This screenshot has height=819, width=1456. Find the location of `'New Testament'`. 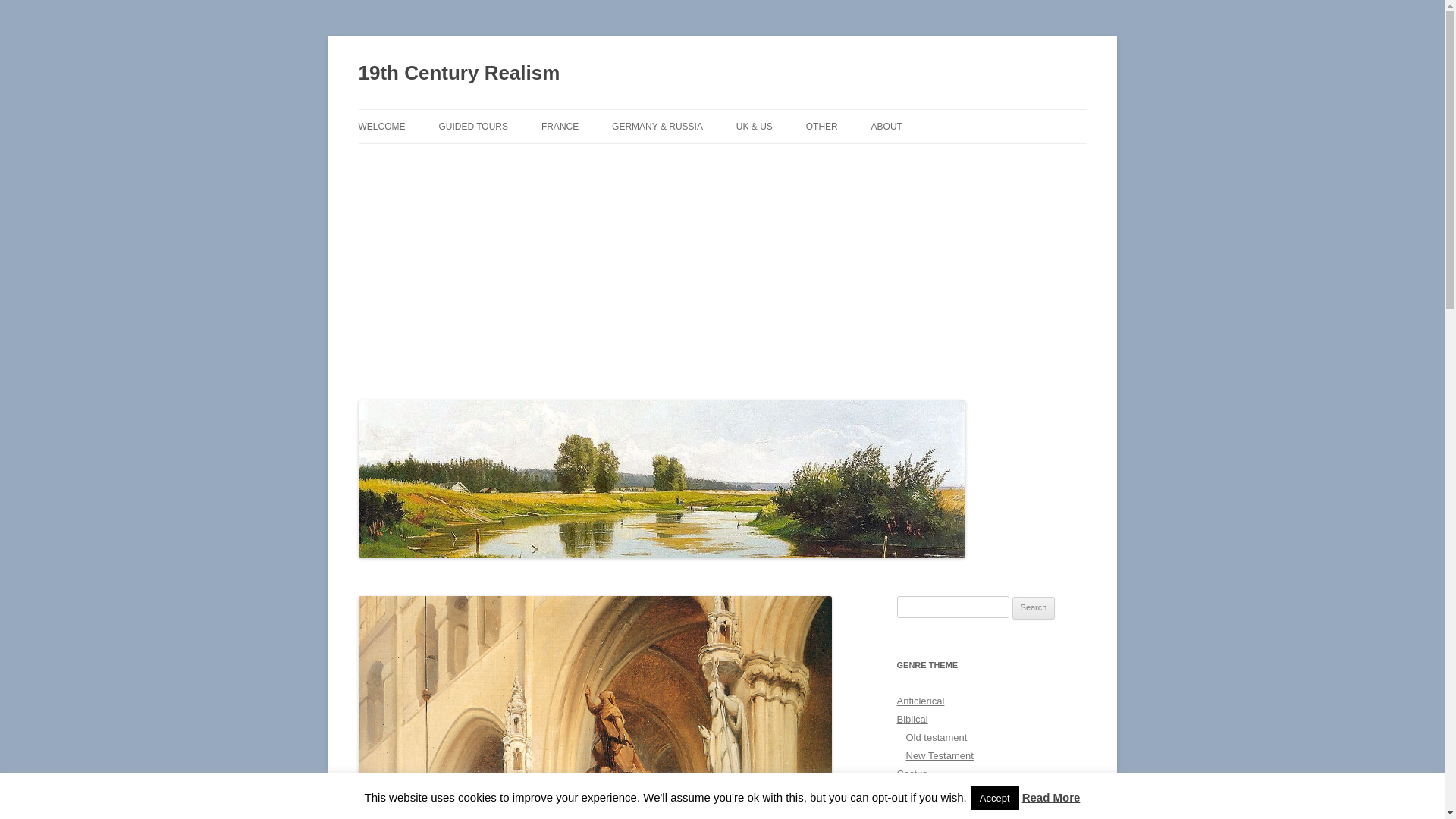

'New Testament' is located at coordinates (938, 755).